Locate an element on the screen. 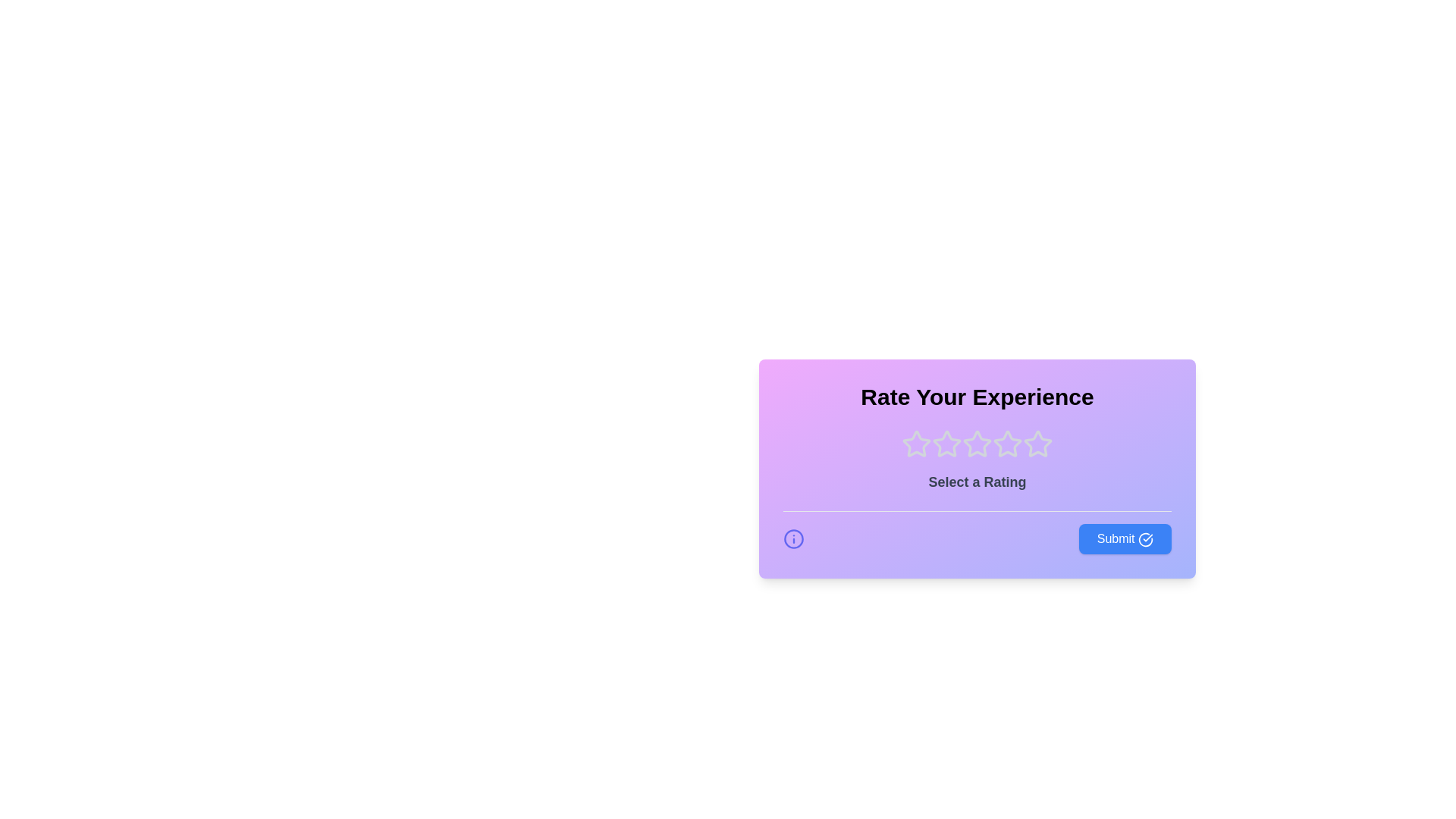  the star corresponding to 4 rating is located at coordinates (1008, 444).